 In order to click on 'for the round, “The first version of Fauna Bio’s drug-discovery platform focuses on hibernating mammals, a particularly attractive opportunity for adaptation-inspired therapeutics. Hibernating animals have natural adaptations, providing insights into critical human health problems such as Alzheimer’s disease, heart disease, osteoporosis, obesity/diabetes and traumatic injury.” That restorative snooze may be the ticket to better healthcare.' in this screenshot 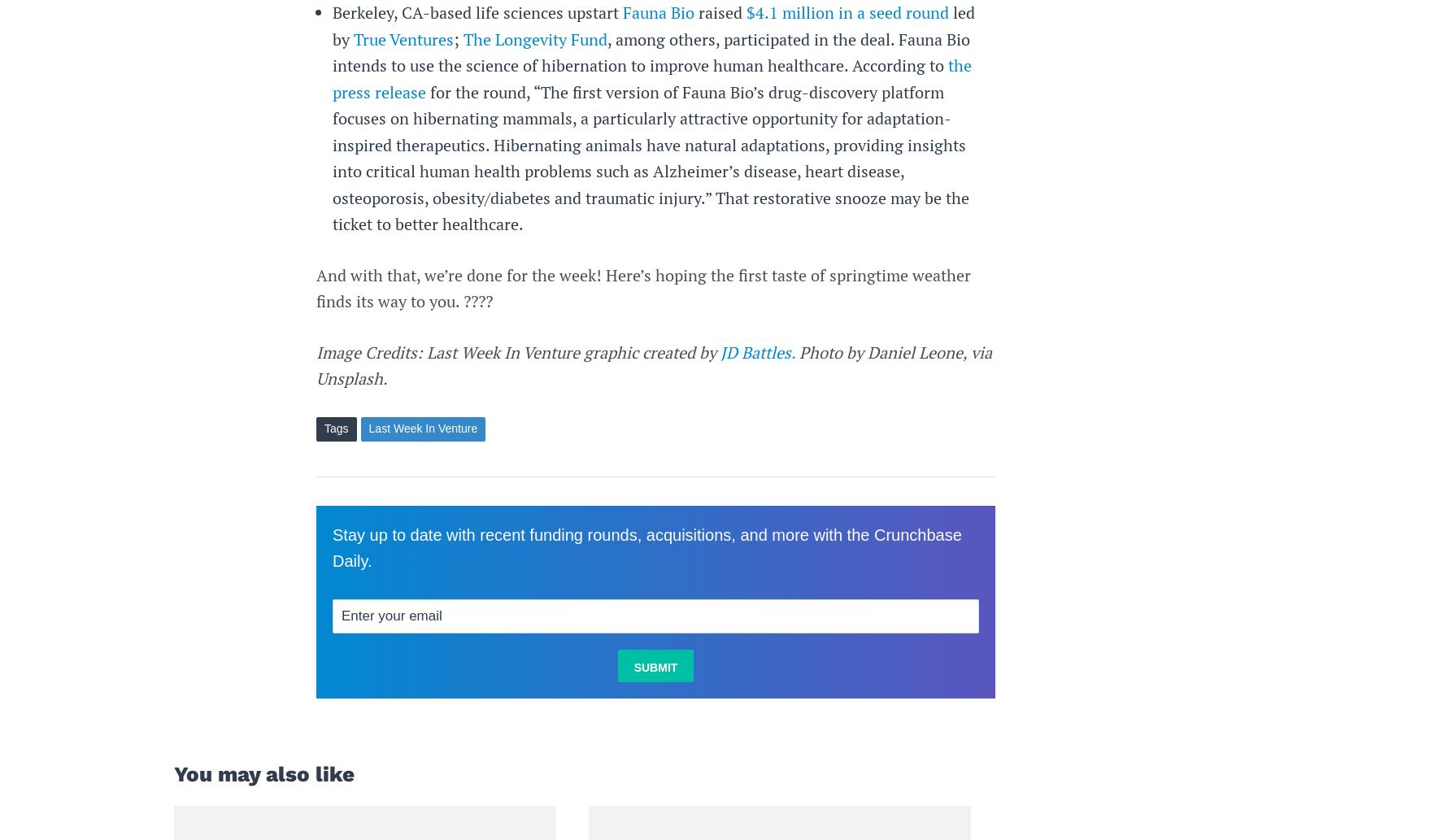, I will do `click(650, 156)`.